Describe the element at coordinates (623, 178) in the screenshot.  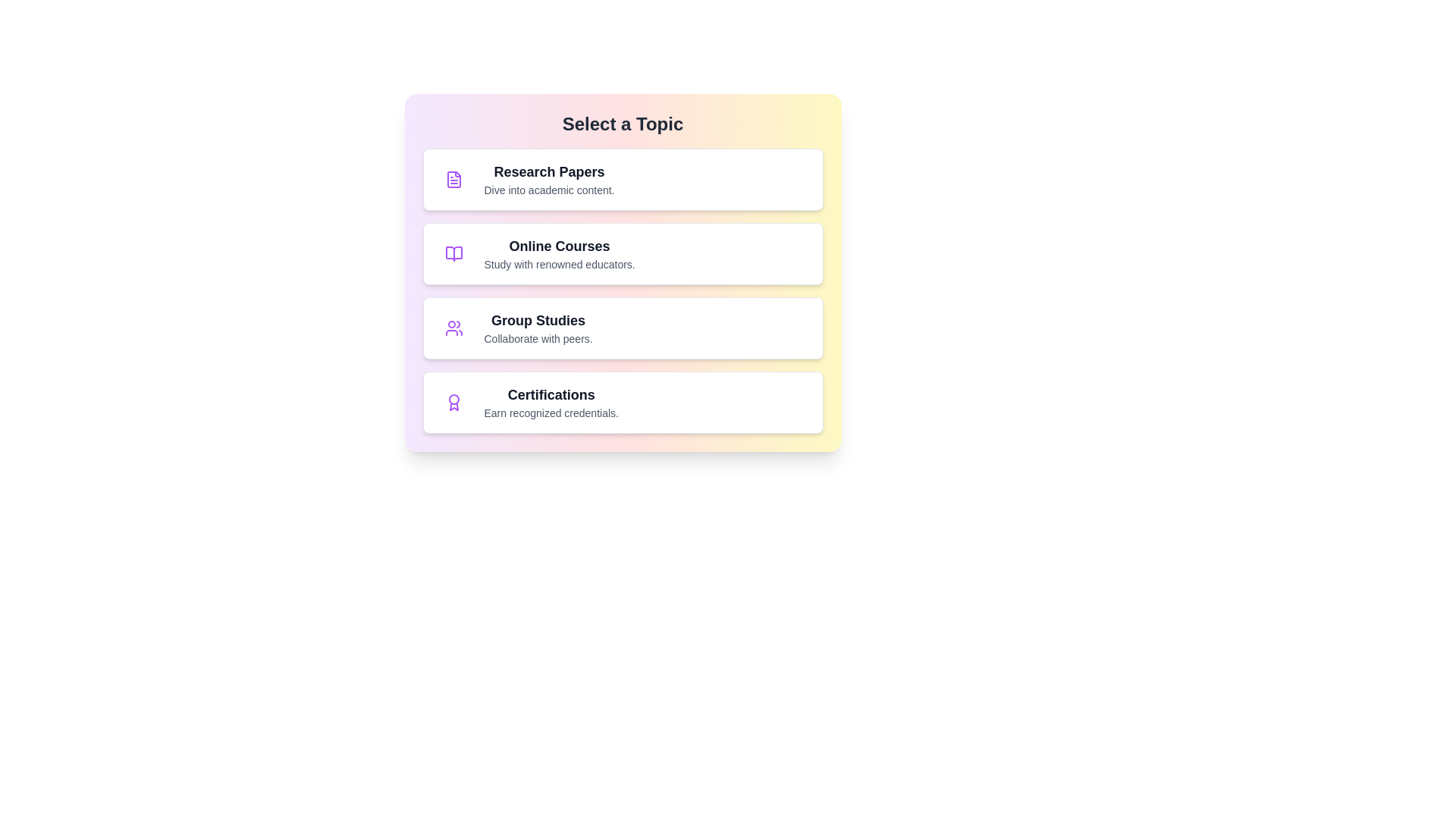
I see `the topic item labeled Research Papers to select it` at that location.